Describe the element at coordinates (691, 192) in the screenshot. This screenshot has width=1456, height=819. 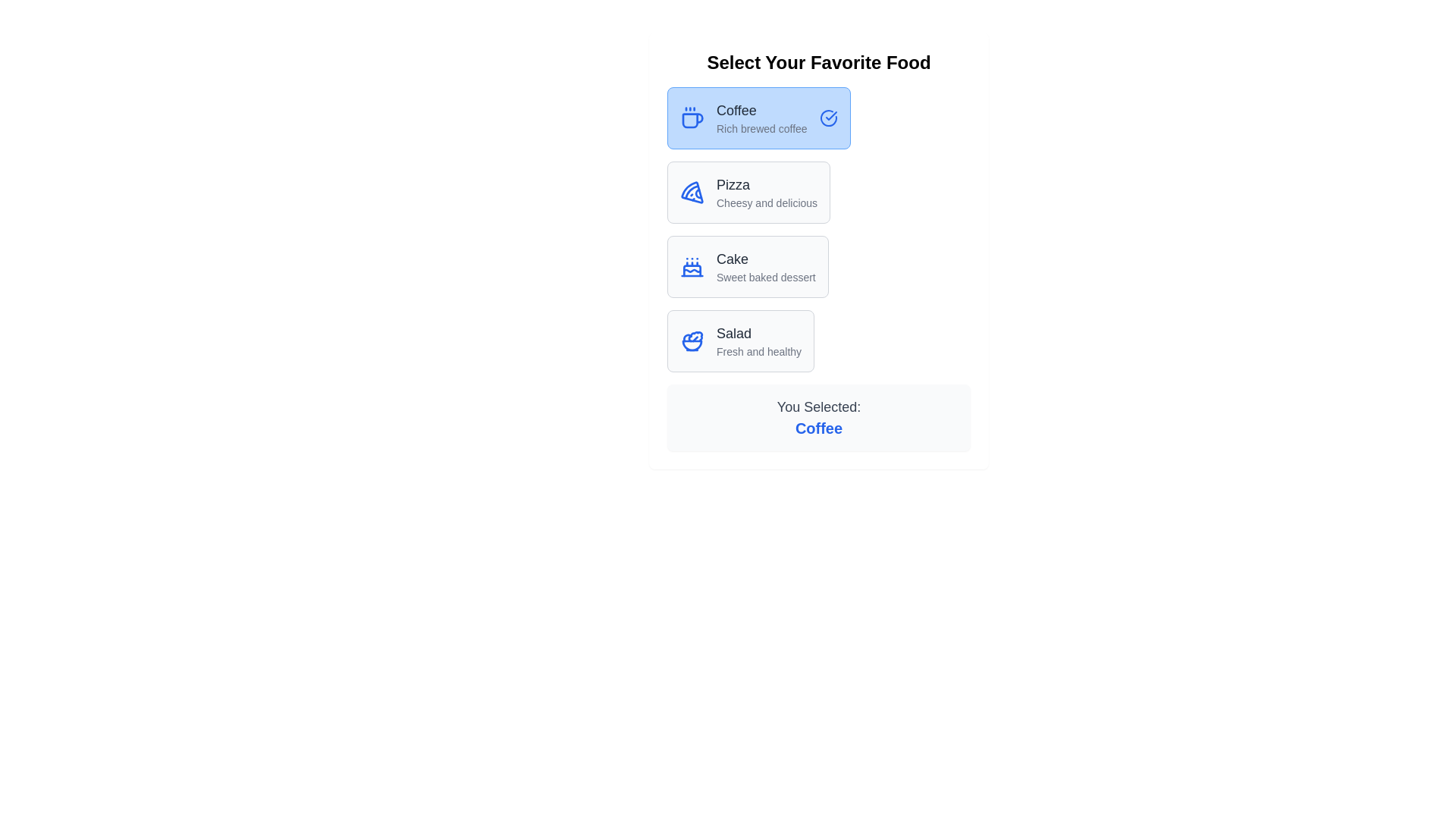
I see `the 'Pizza' option icon in the selection interface, which visually indicates the 'Pizza' choice and is positioned second in the list of options` at that location.